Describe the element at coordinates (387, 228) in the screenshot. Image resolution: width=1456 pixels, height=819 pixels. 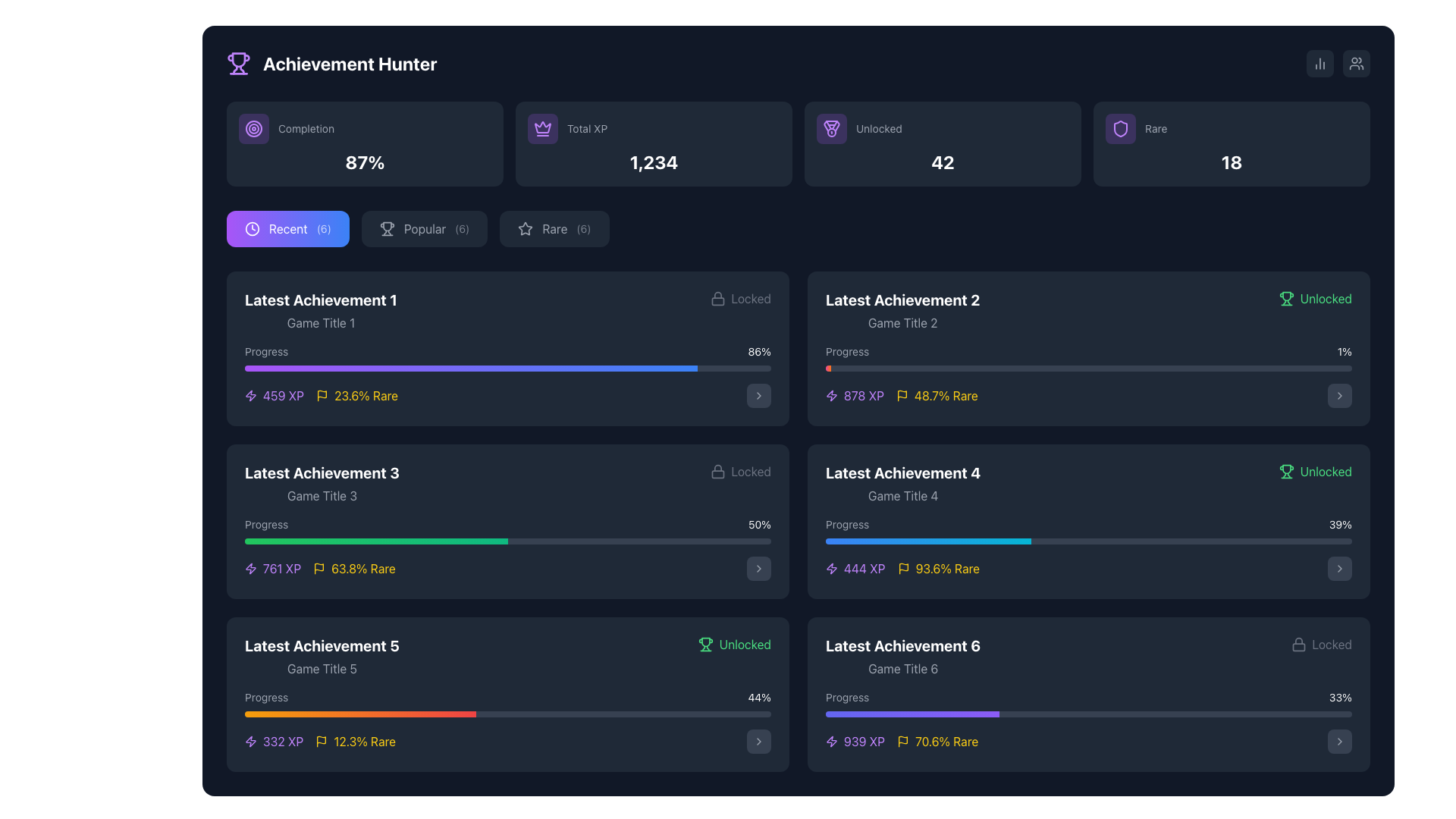
I see `the trophy icon within the 'Popular (6)' button, which is styled as a lineart trophy symbol with gray coloring` at that location.